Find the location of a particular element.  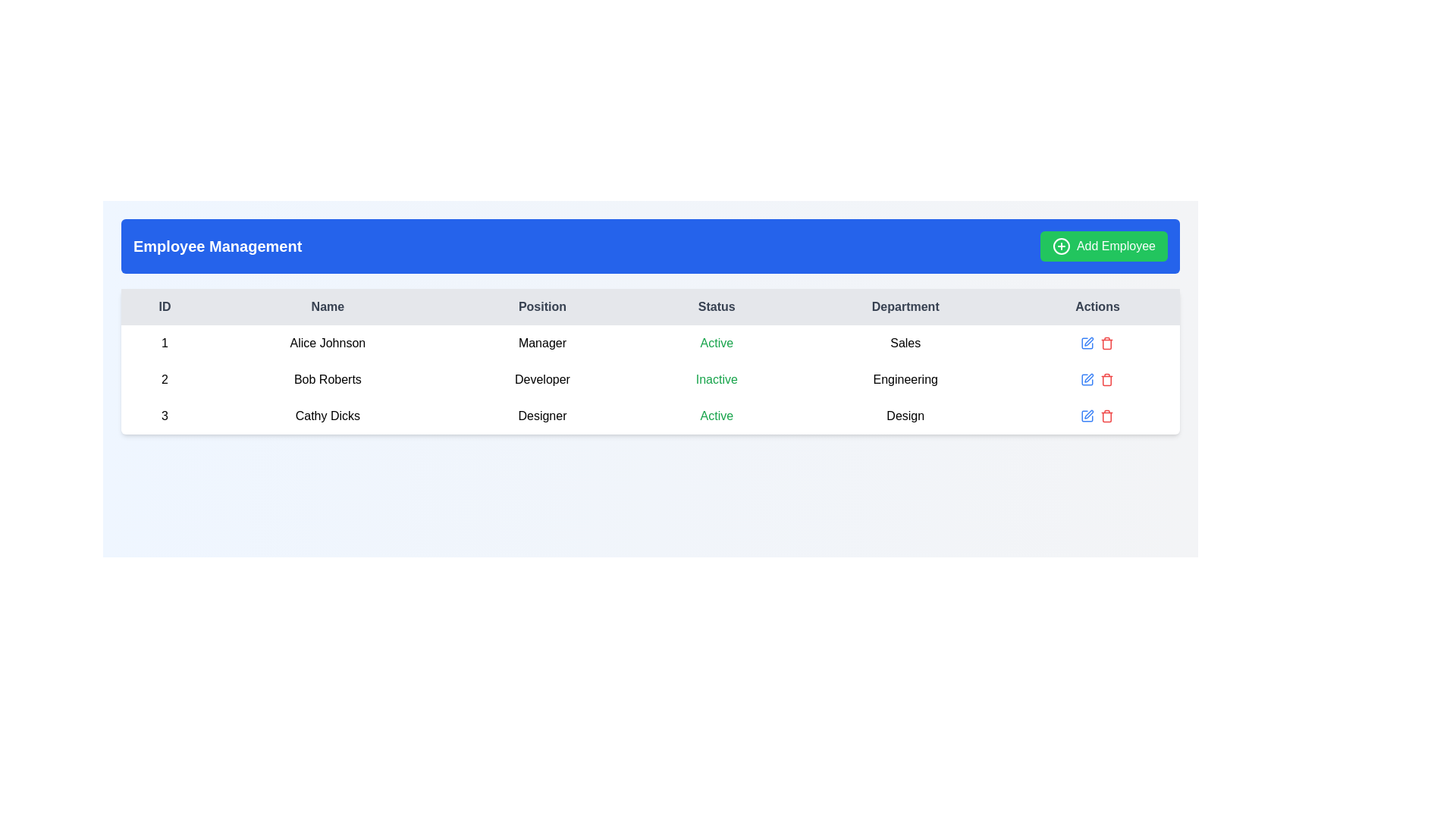

the edit icon button in the Actions column for the entry corresponding to 'Bob Roberts' in the second row is located at coordinates (1087, 379).